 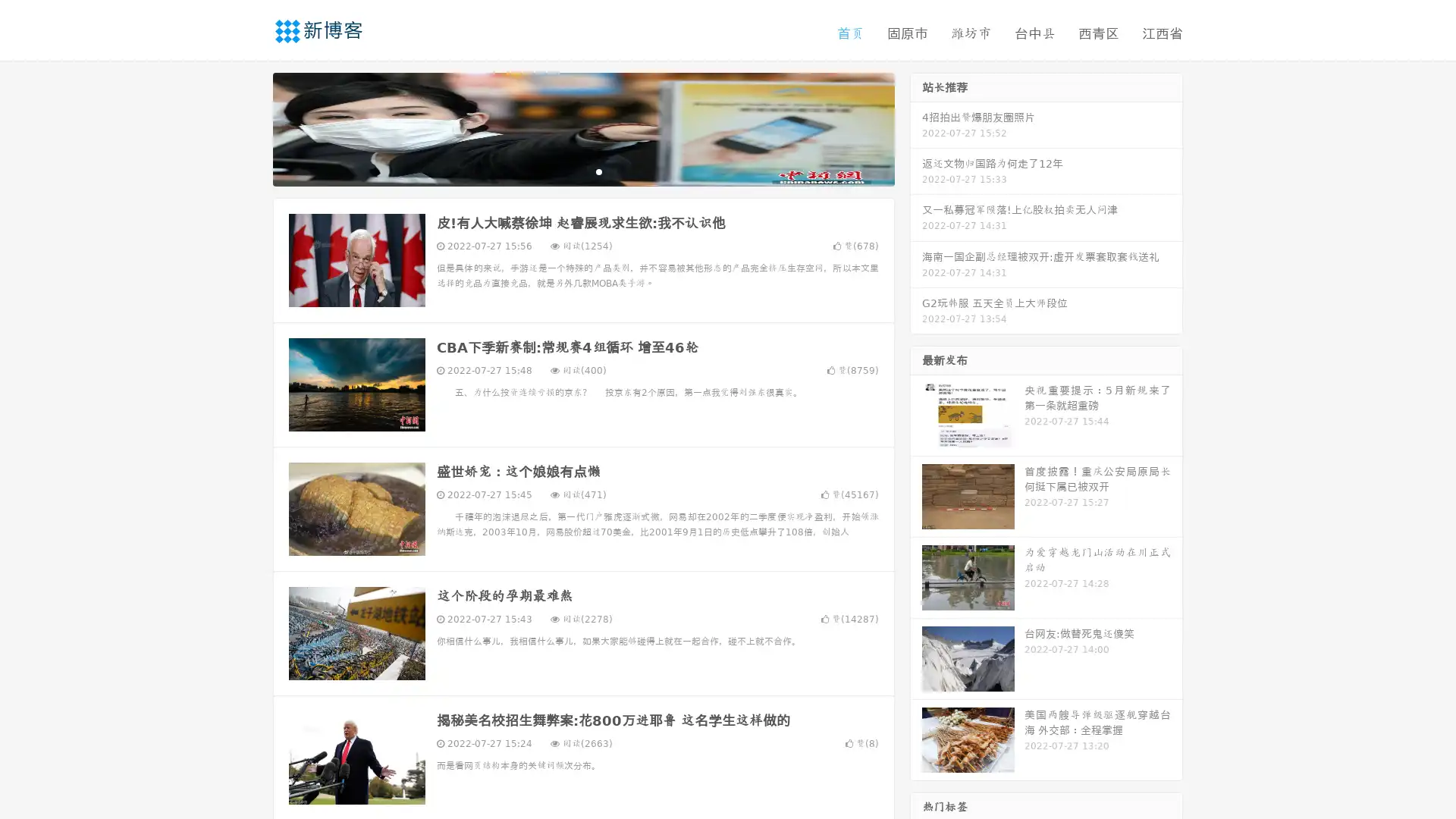 I want to click on Go to slide 3, so click(x=598, y=171).